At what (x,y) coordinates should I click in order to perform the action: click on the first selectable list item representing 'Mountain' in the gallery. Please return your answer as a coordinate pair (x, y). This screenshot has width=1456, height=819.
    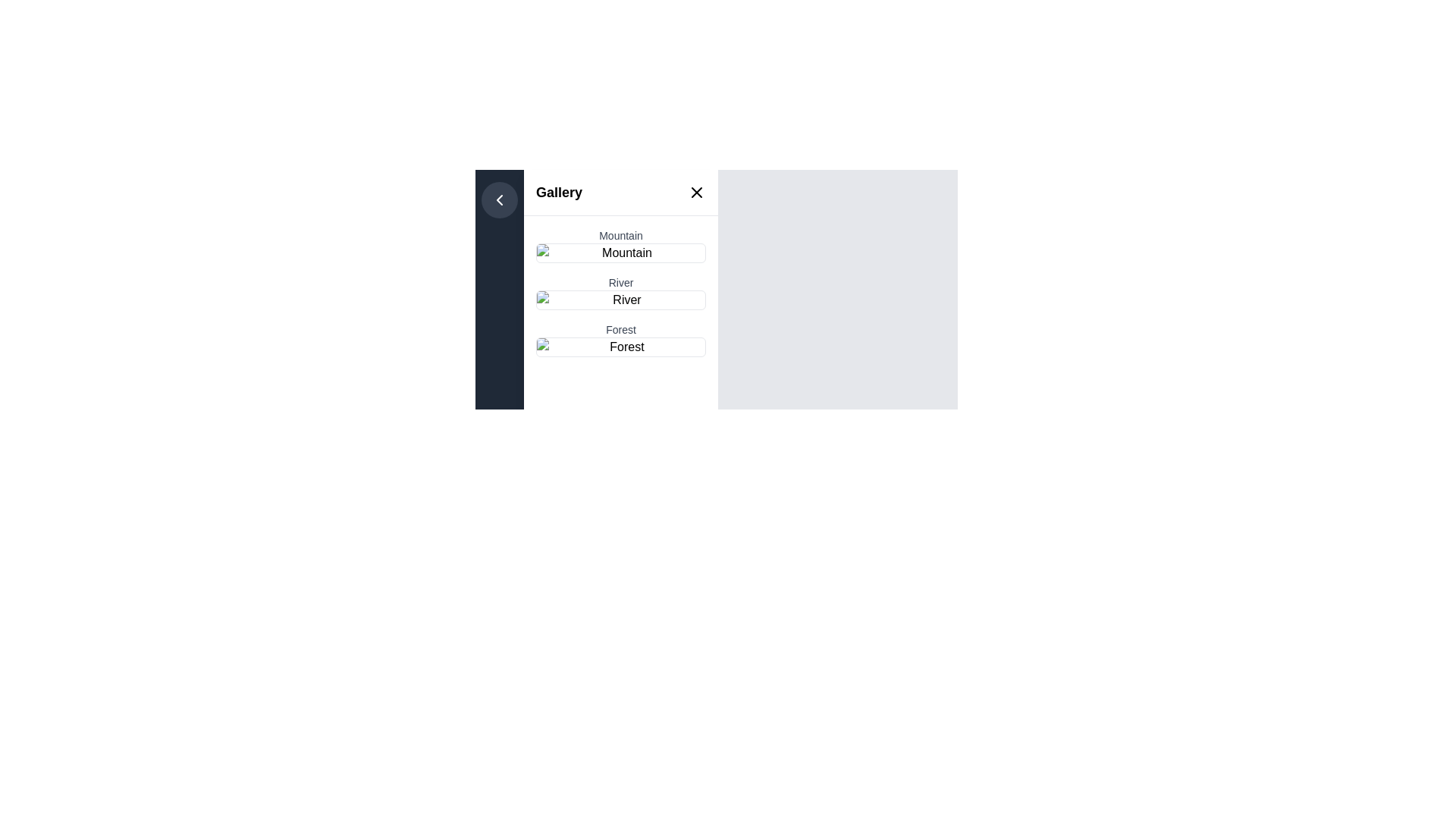
    Looking at the image, I should click on (621, 245).